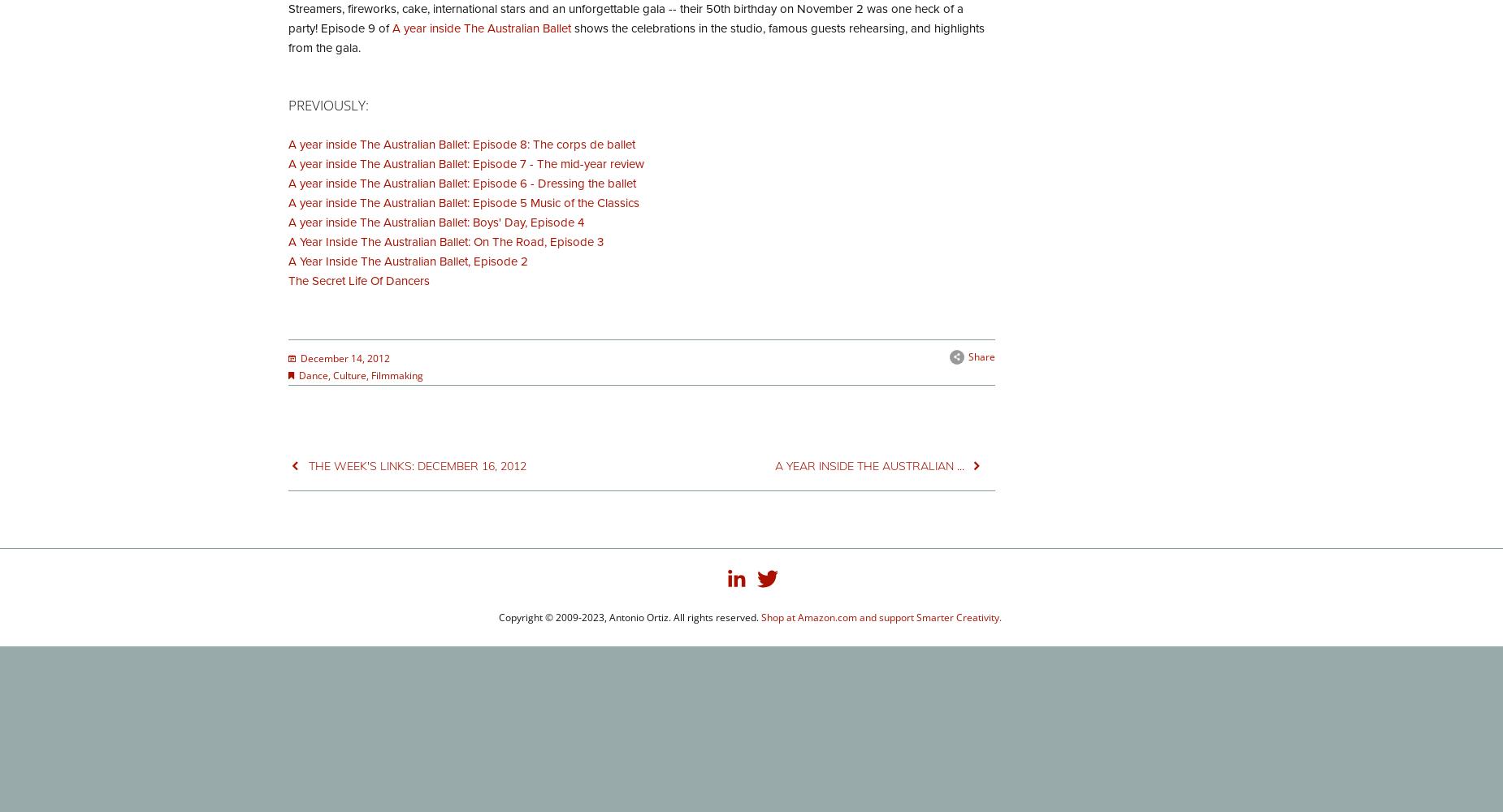  I want to click on 'A year inside The Australian Ballet: Episode 6 - Dressing the ballet', so click(462, 182).